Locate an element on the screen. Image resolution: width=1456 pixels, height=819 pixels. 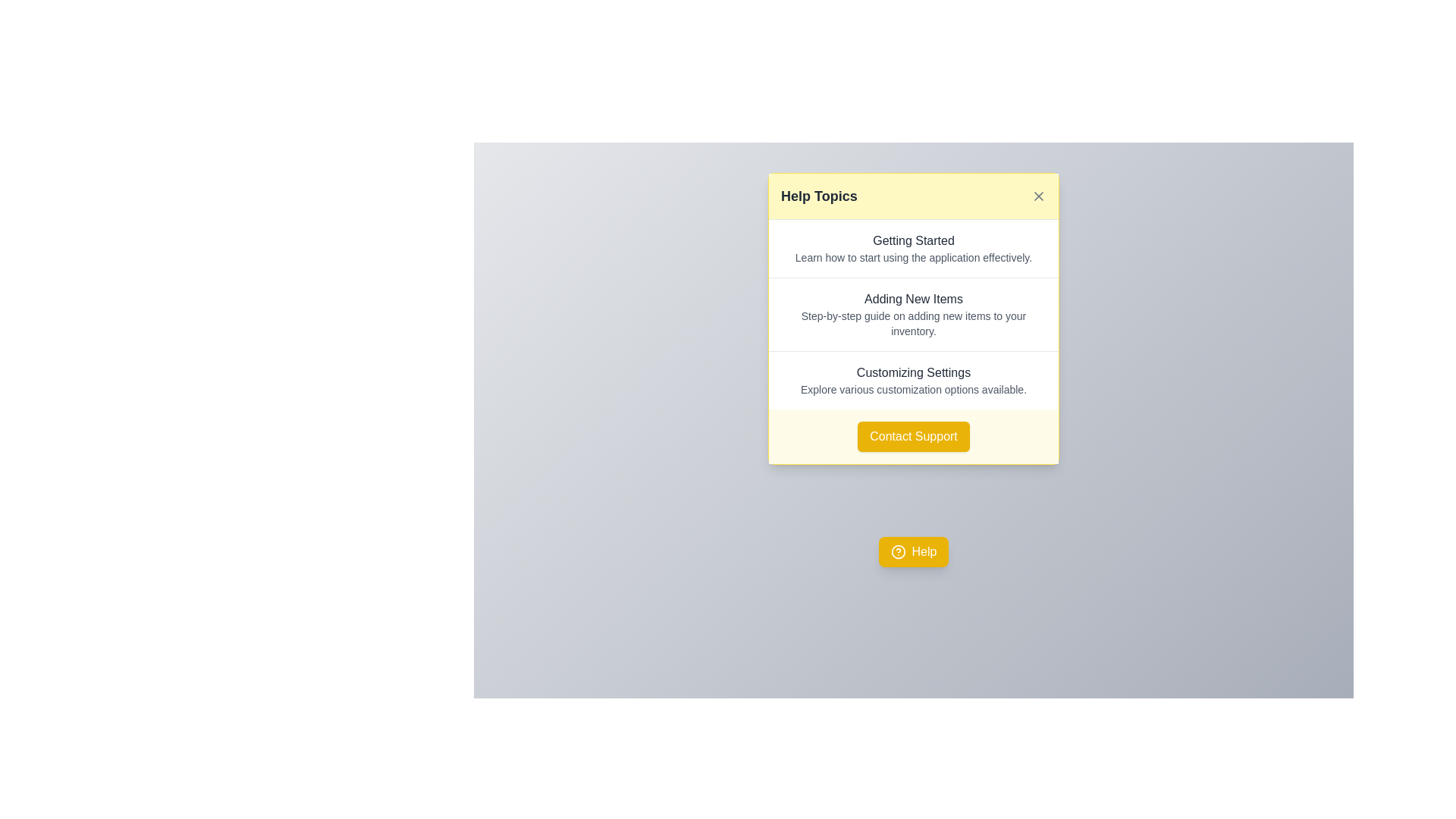
information in the 'Getting Started' section, which contains the header and description about using the application effectively is located at coordinates (912, 247).